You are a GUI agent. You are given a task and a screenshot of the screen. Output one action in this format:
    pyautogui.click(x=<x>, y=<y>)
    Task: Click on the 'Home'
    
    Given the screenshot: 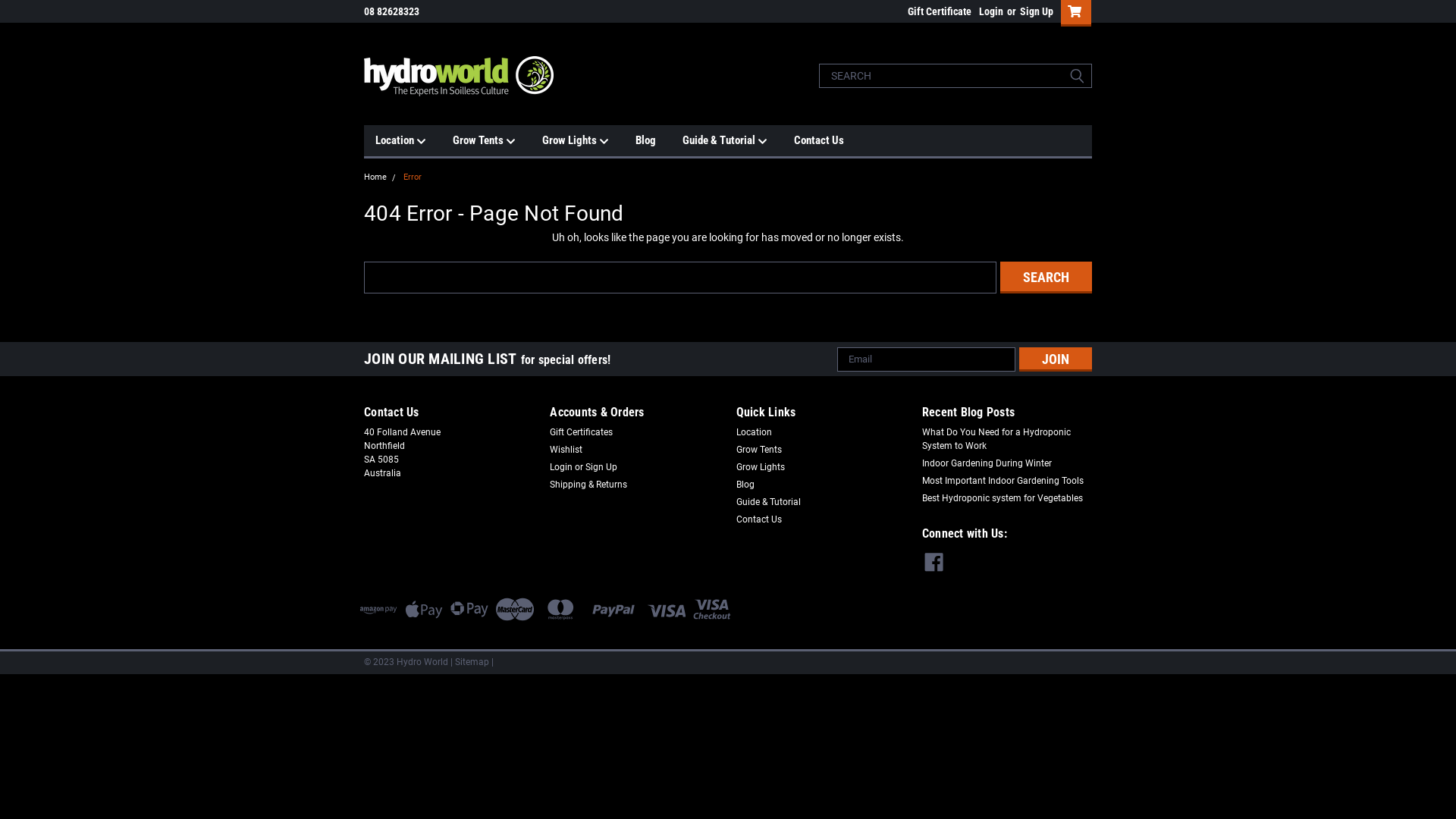 What is the action you would take?
    pyautogui.click(x=375, y=176)
    